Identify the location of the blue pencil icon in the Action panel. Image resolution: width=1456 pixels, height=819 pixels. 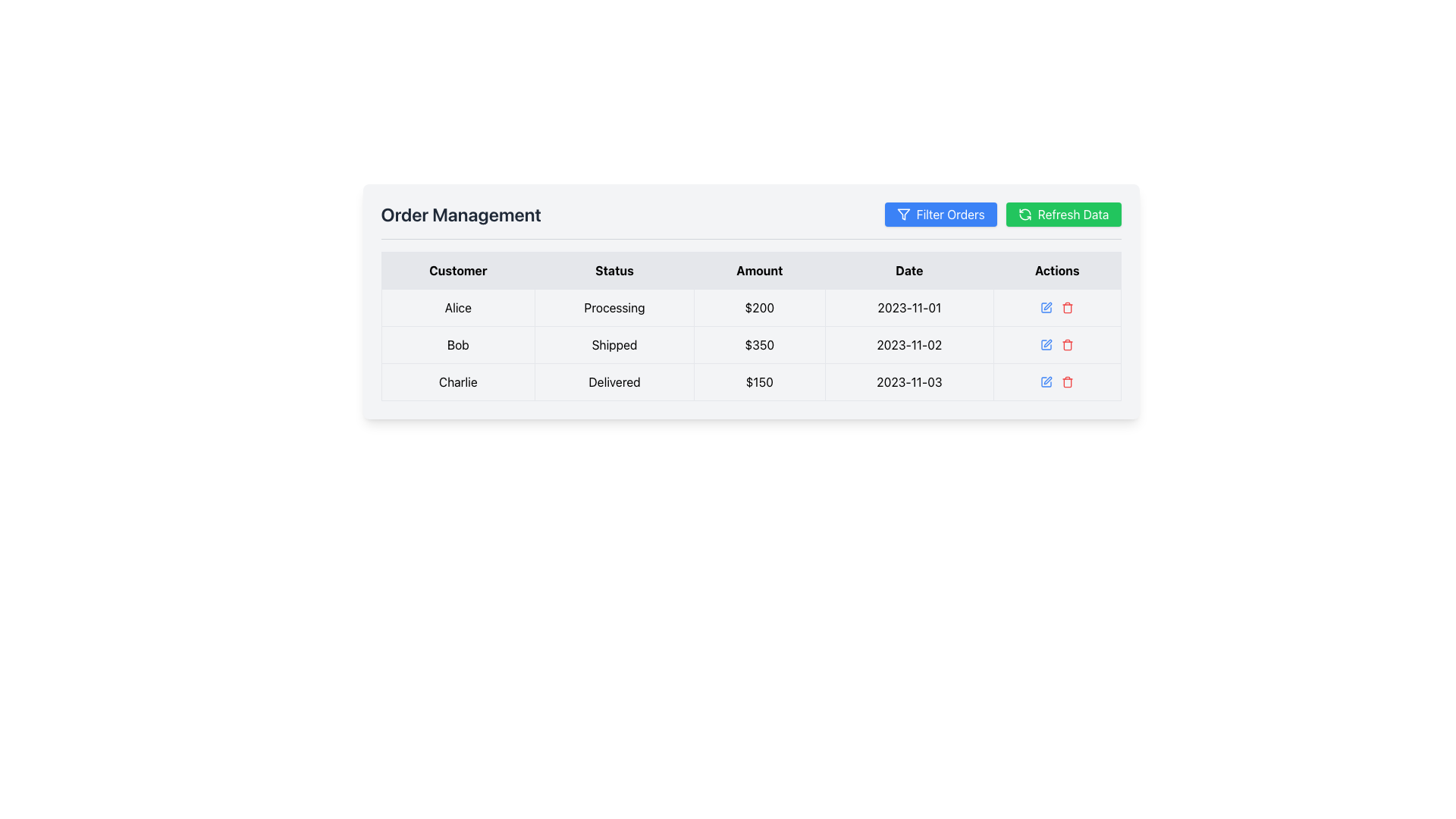
(1056, 345).